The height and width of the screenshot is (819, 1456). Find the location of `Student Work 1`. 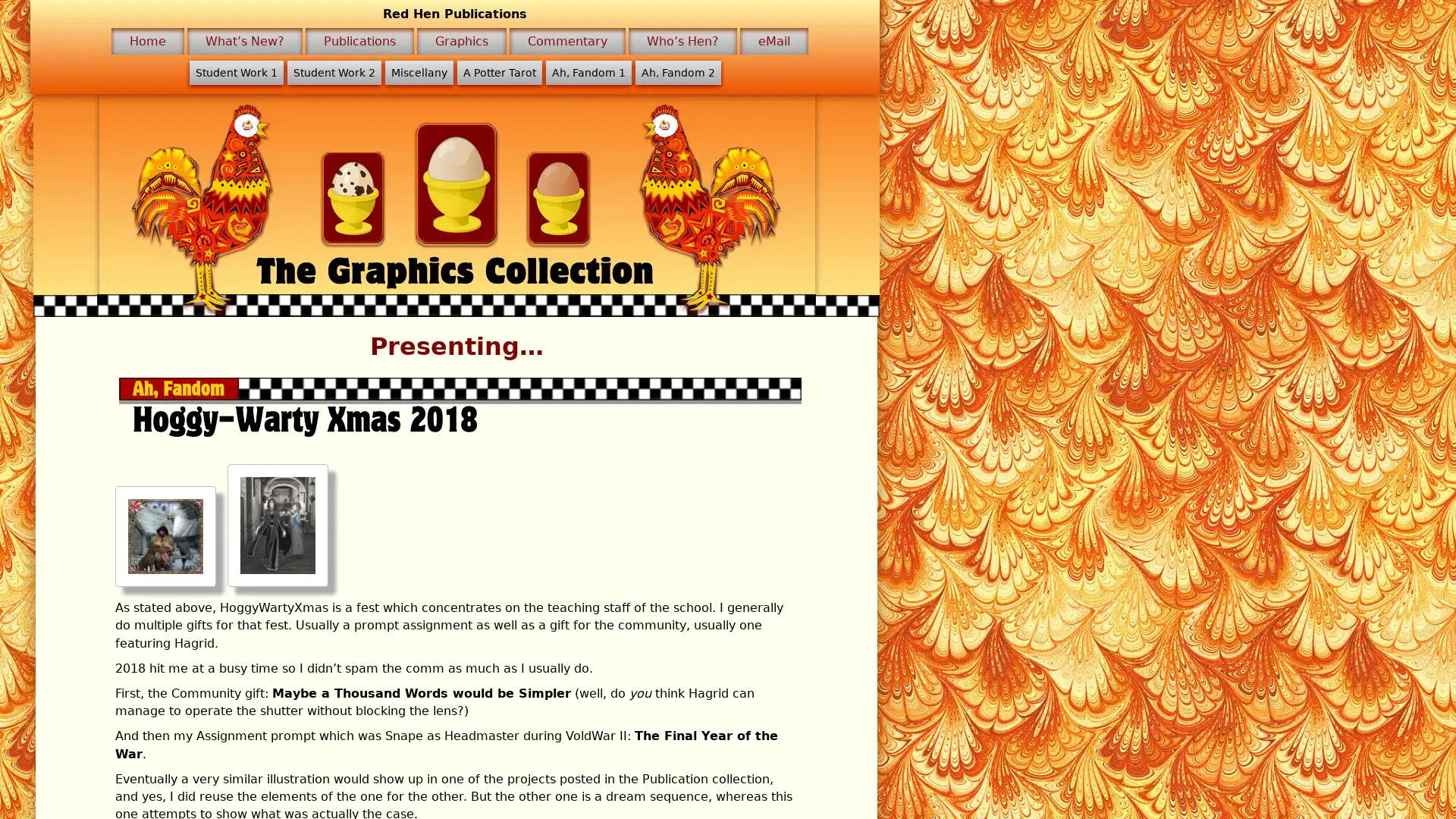

Student Work 1 is located at coordinates (235, 73).